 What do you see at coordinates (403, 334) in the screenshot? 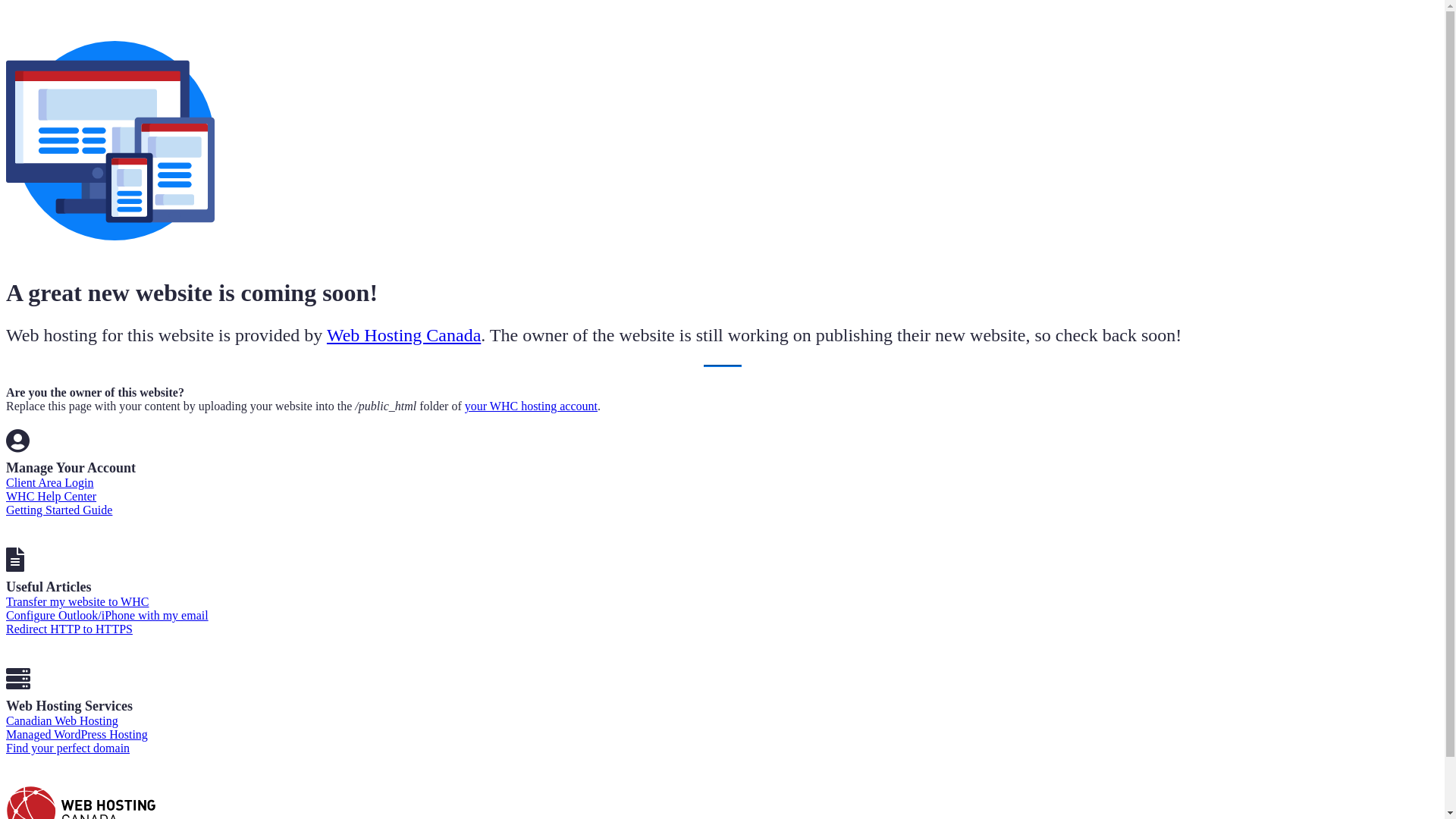
I see `'Web Hosting Canada'` at bounding box center [403, 334].